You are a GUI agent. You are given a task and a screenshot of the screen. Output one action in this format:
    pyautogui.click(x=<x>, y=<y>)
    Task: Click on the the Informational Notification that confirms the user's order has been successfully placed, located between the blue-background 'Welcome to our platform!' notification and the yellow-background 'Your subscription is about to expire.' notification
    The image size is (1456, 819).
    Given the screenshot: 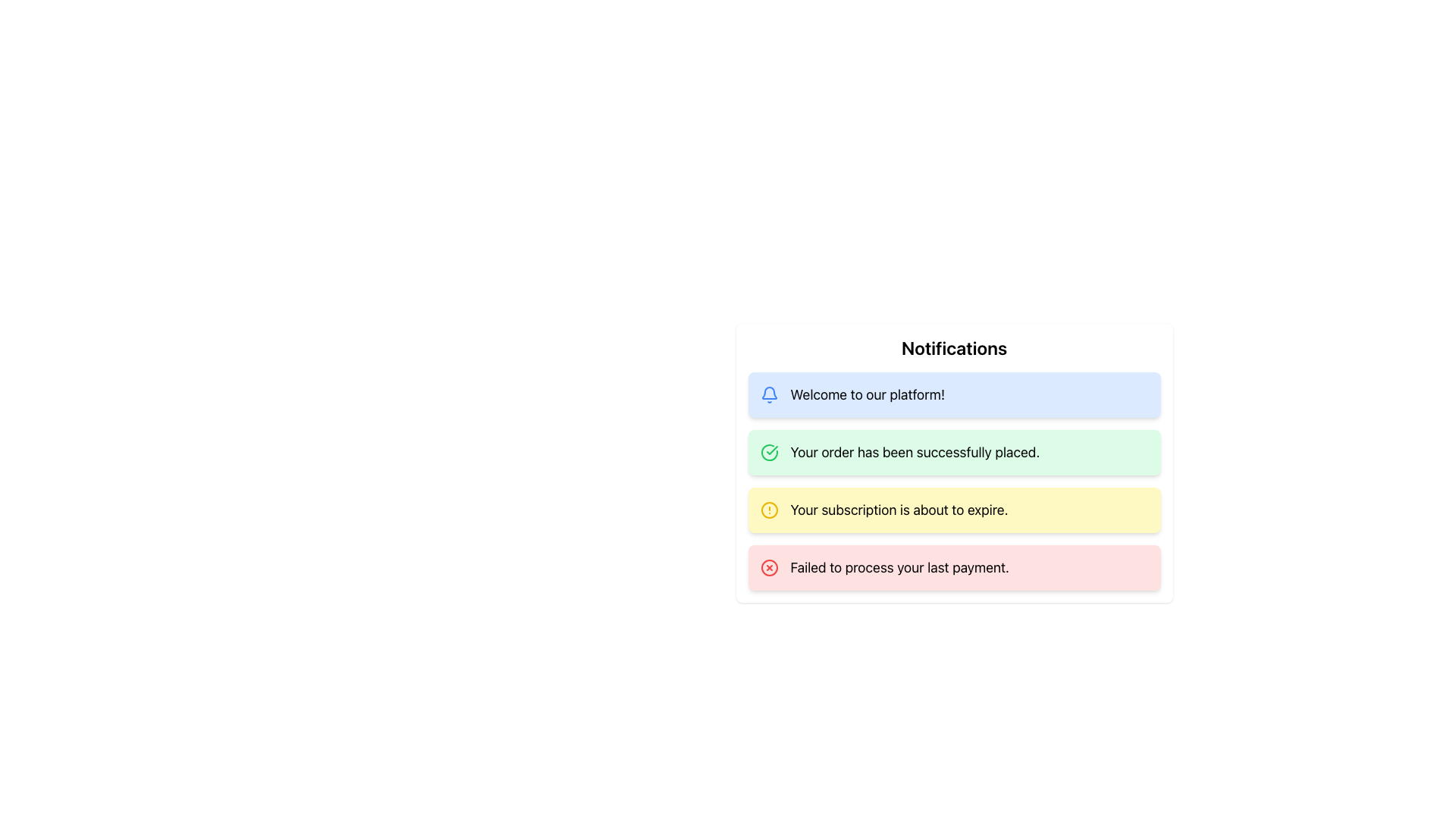 What is the action you would take?
    pyautogui.click(x=953, y=452)
    